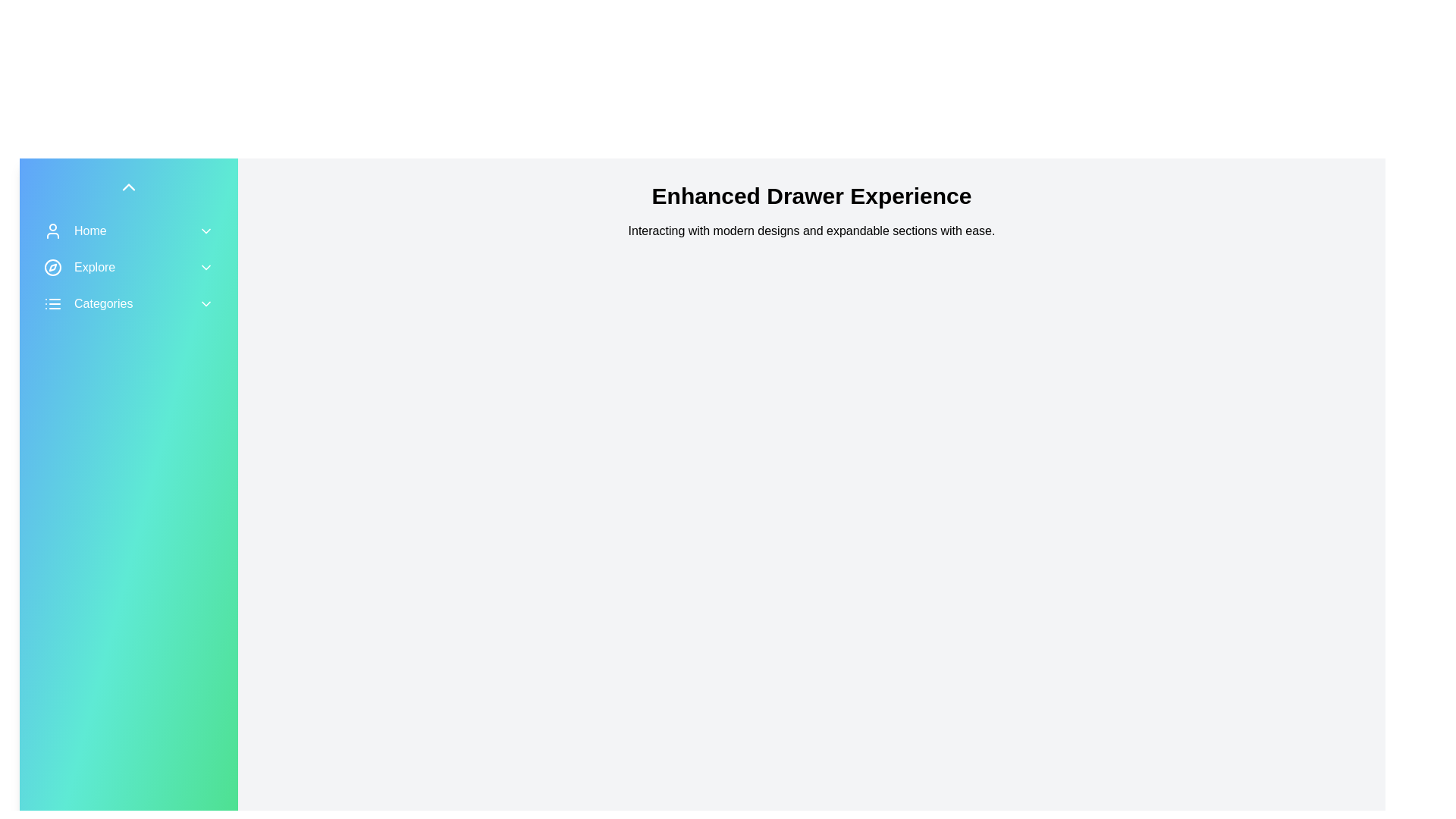 This screenshot has height=819, width=1456. Describe the element at coordinates (128, 304) in the screenshot. I see `the 'Type A' option under the 'Categories' menu` at that location.